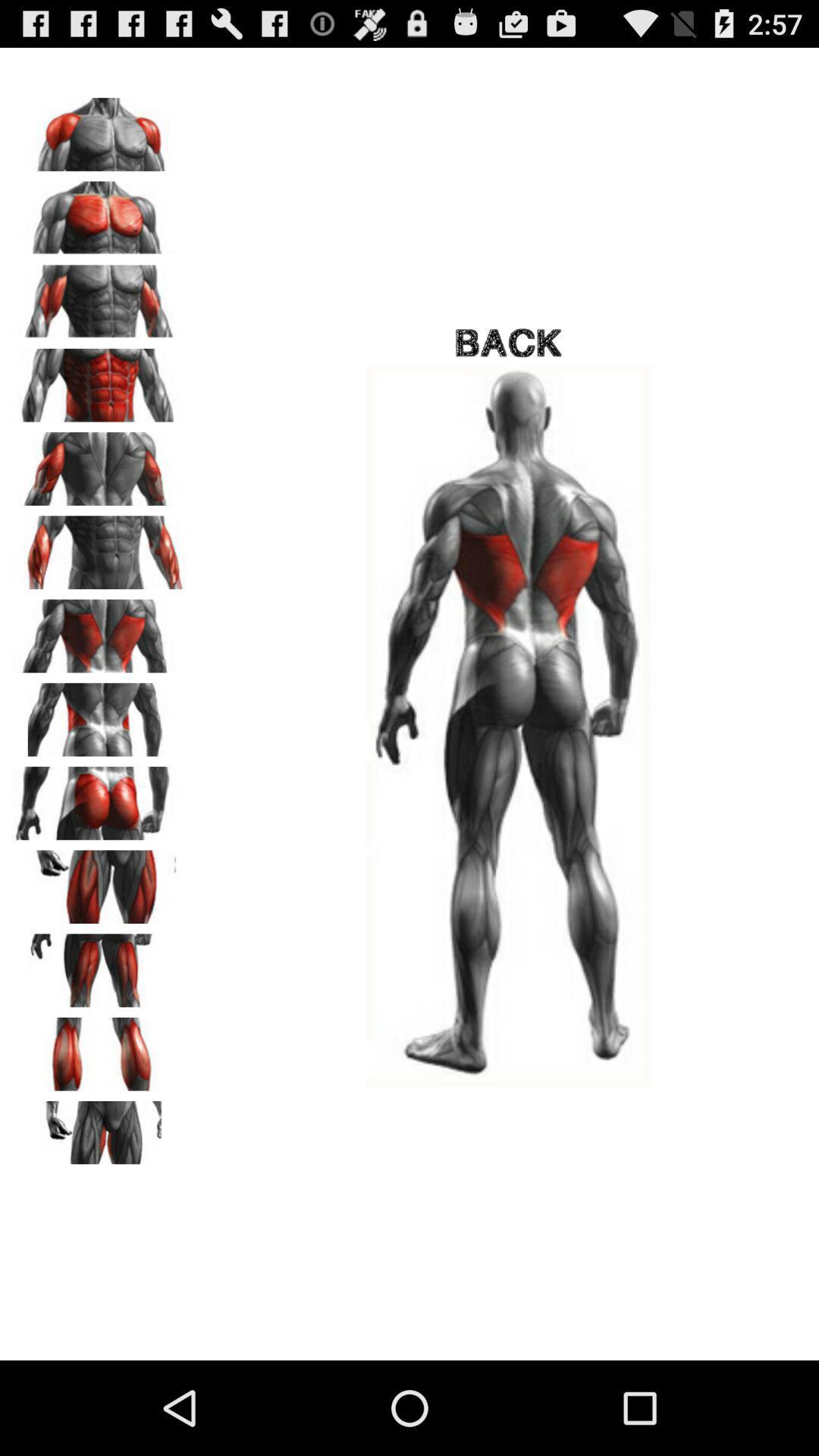 The image size is (819, 1456). I want to click on of an animated human with lungs that are flasing also red points, so click(99, 631).